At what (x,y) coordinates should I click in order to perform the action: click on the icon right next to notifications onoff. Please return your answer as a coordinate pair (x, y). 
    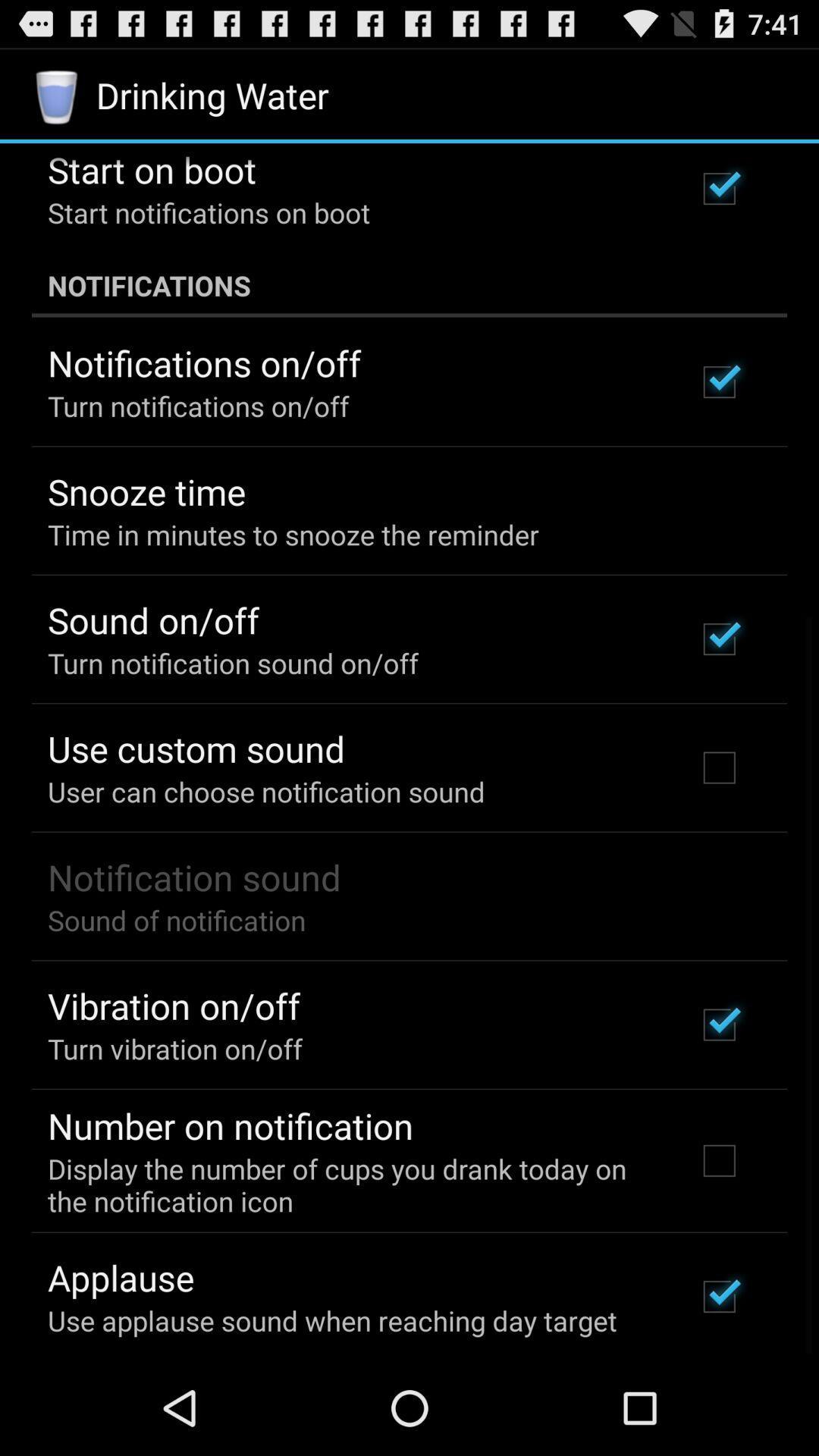
    Looking at the image, I should click on (718, 382).